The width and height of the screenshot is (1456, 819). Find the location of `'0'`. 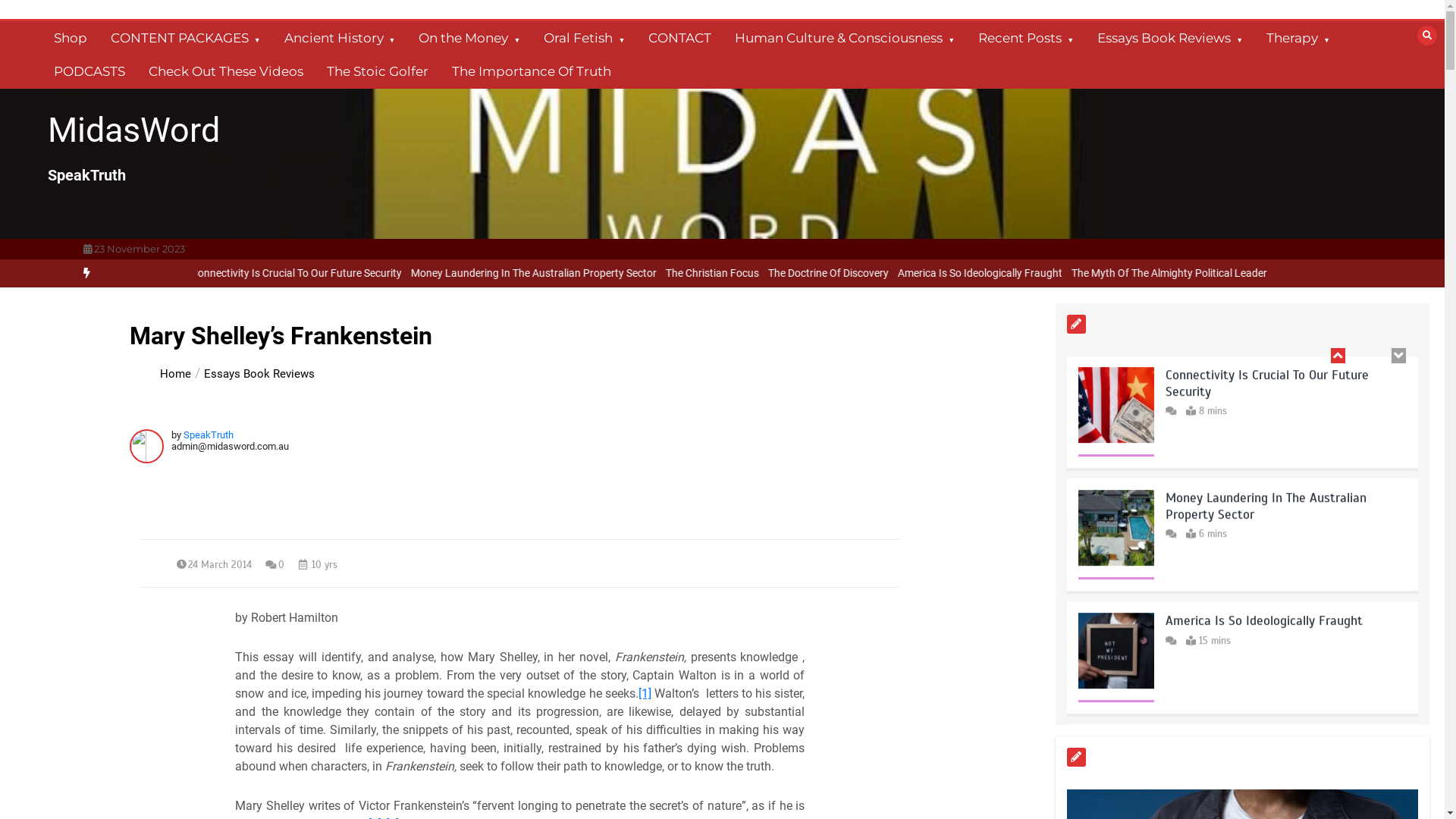

'0' is located at coordinates (275, 564).